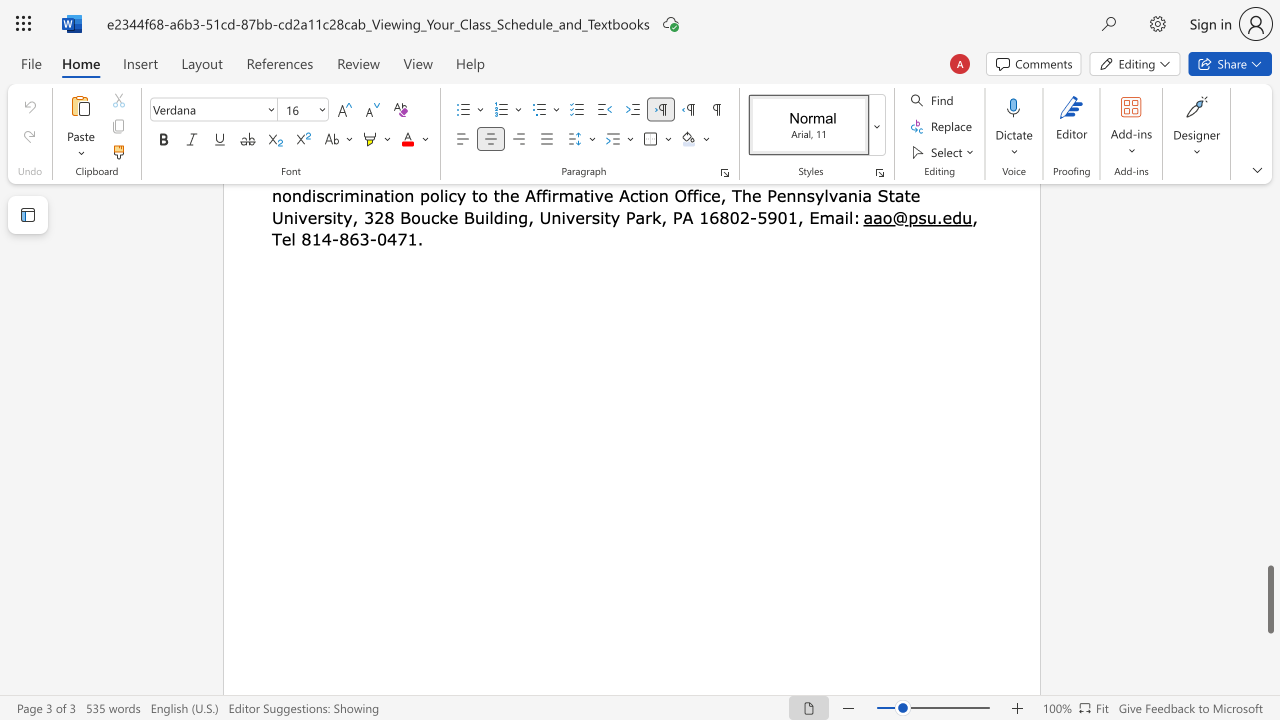  What do you see at coordinates (1269, 408) in the screenshot?
I see `the scrollbar to scroll upward` at bounding box center [1269, 408].